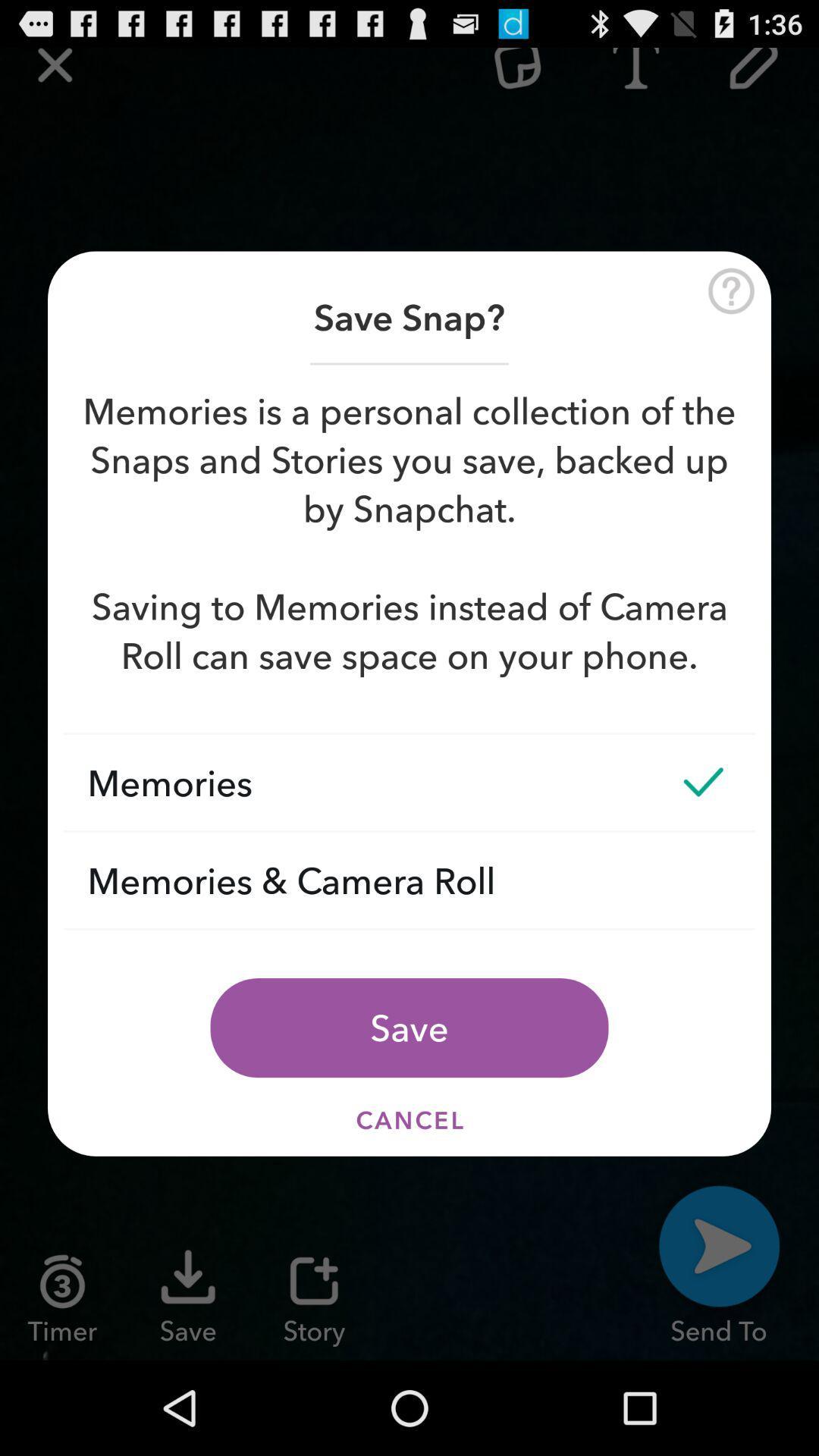 This screenshot has width=819, height=1456. I want to click on explanation, so click(730, 291).